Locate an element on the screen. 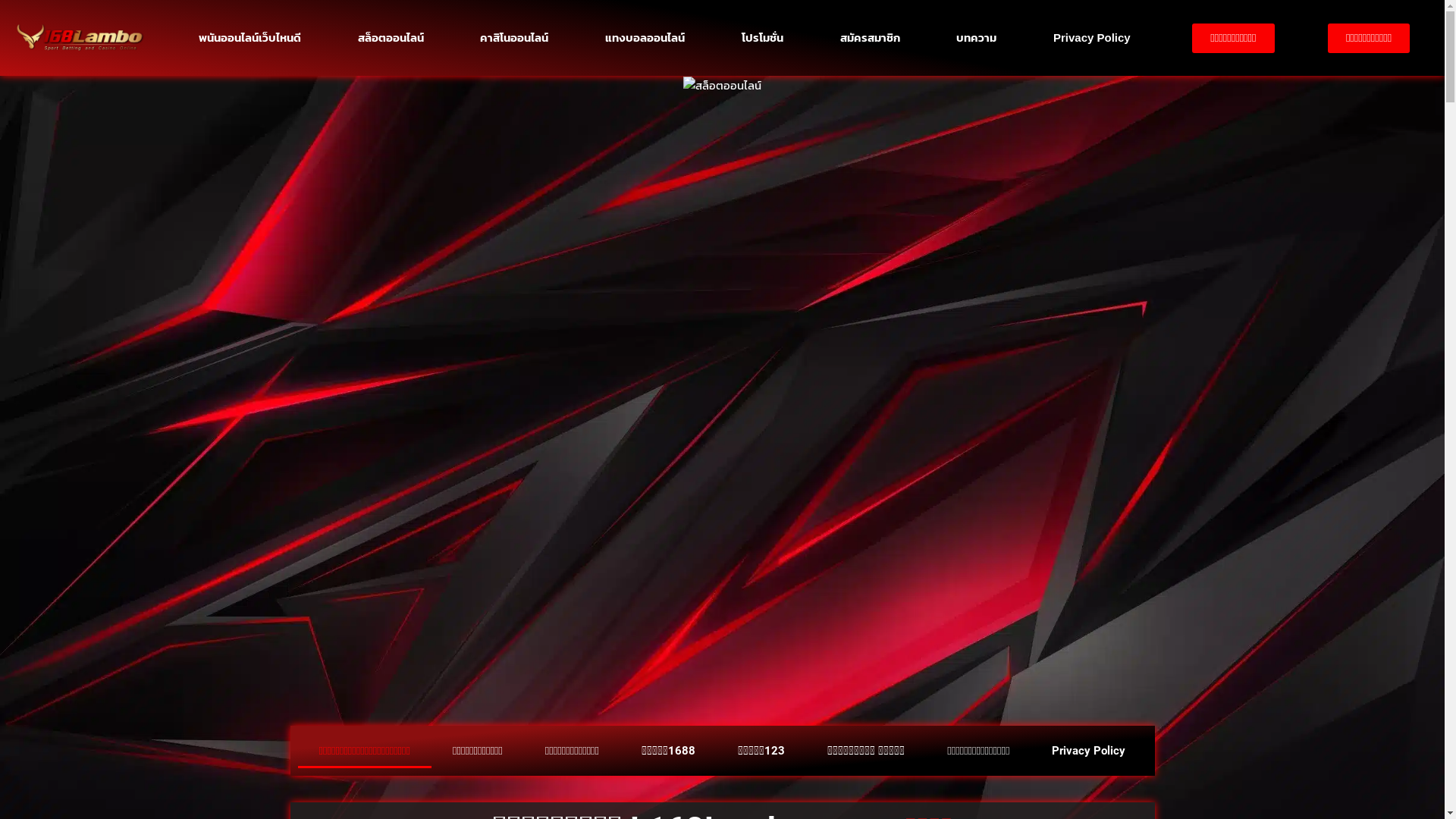 The image size is (1456, 819). 'Privacy Policy' is located at coordinates (1092, 37).